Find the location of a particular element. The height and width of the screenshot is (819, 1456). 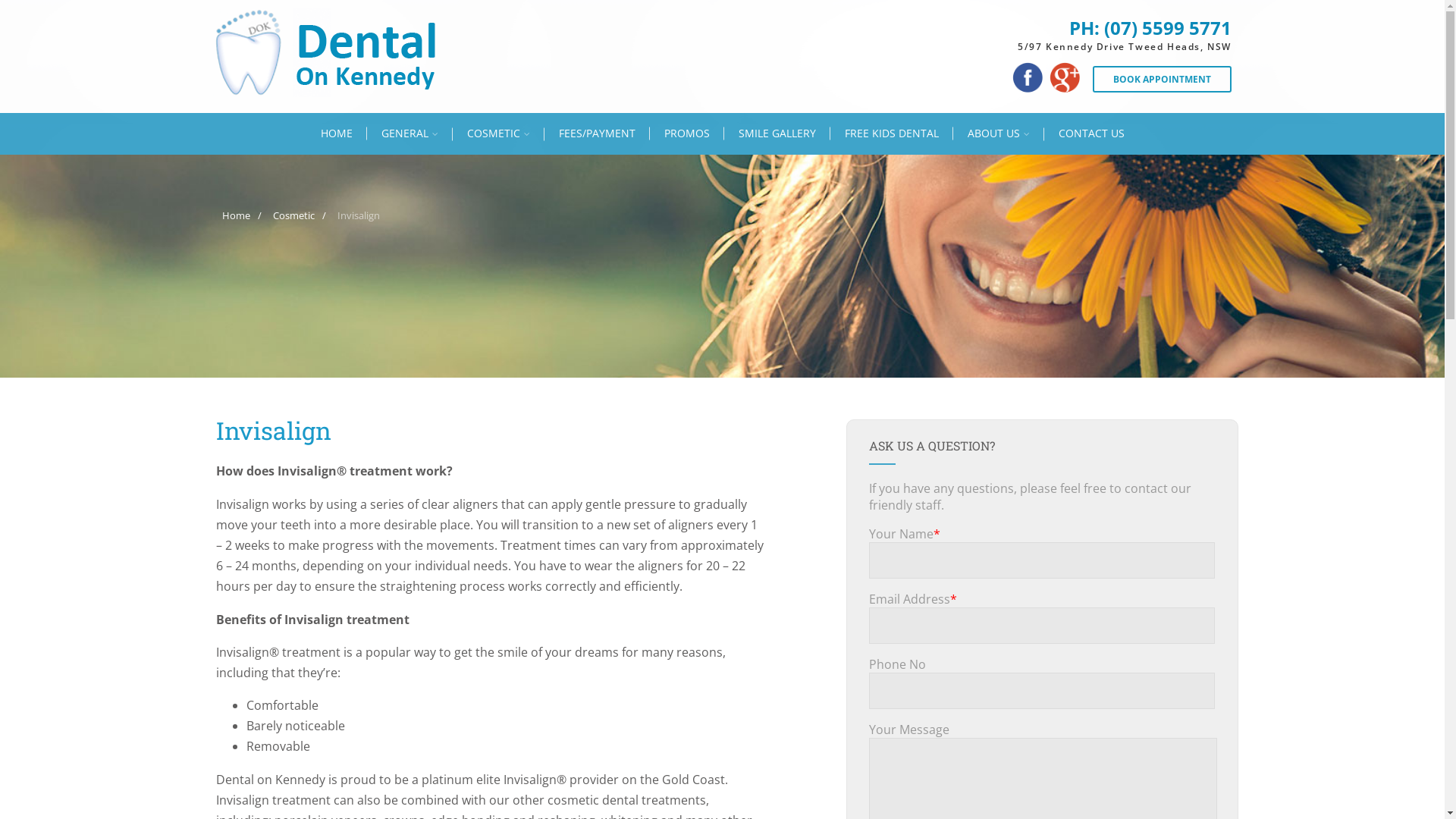

'PROMOS' is located at coordinates (648, 133).